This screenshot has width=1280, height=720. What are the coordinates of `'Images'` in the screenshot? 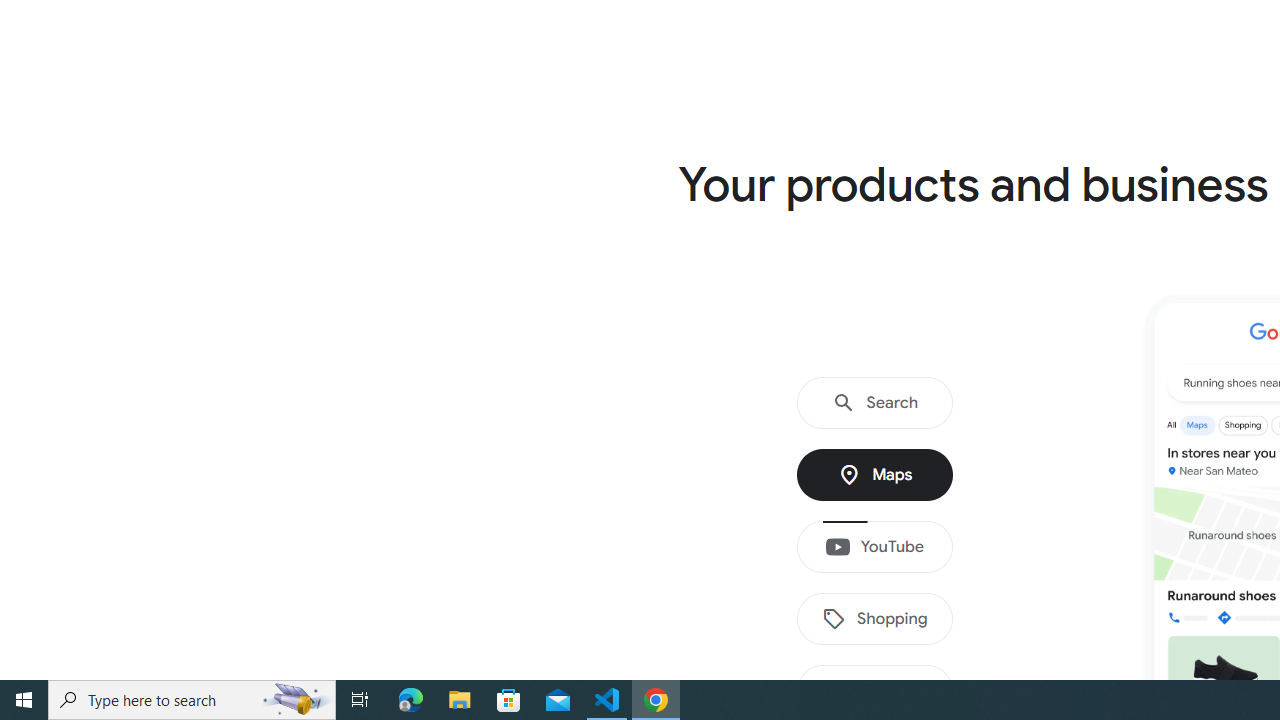 It's located at (875, 690).